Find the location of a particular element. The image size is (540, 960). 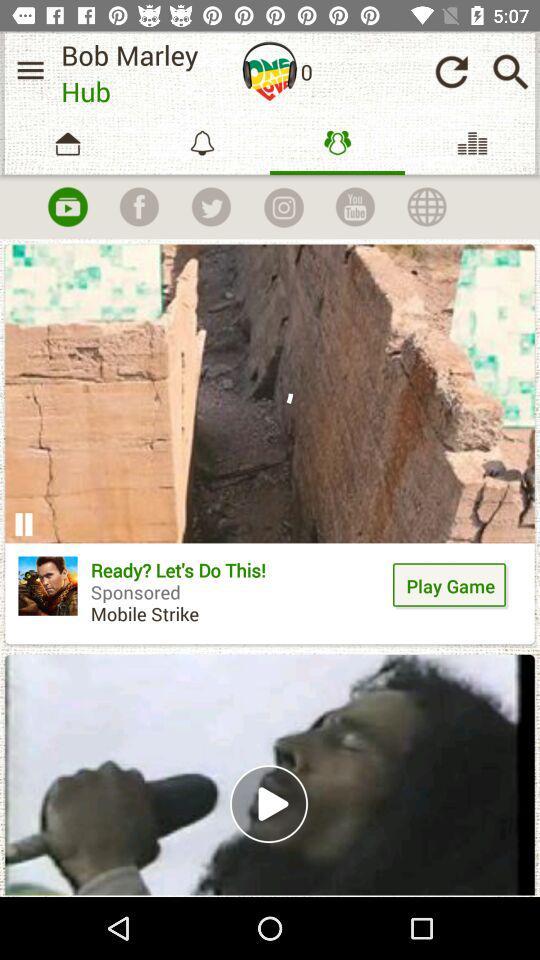

the icon to the left of play game item is located at coordinates (238, 599).